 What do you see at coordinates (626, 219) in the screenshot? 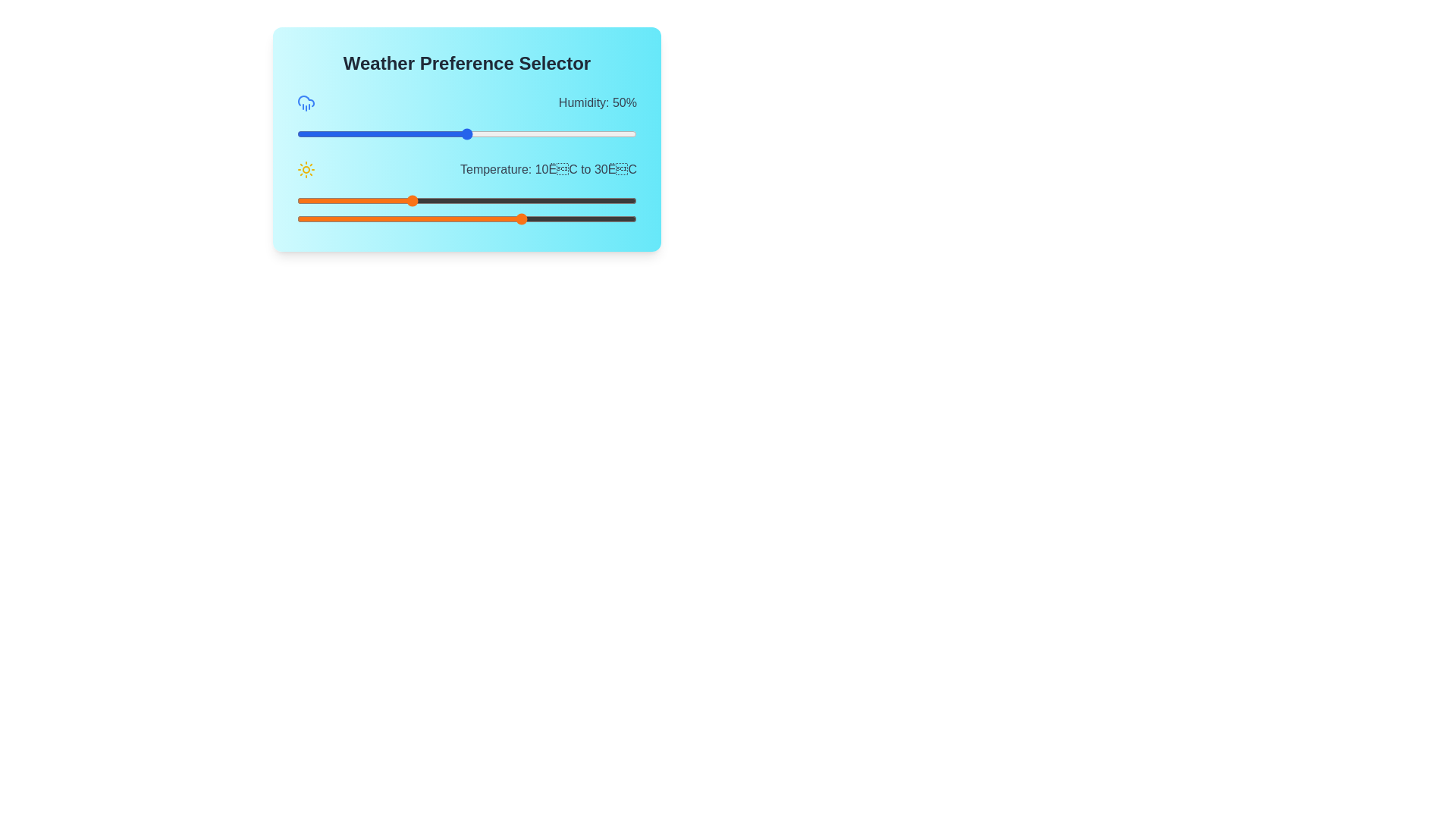
I see `the maximum temperature slider to 48 degrees Celsius` at bounding box center [626, 219].